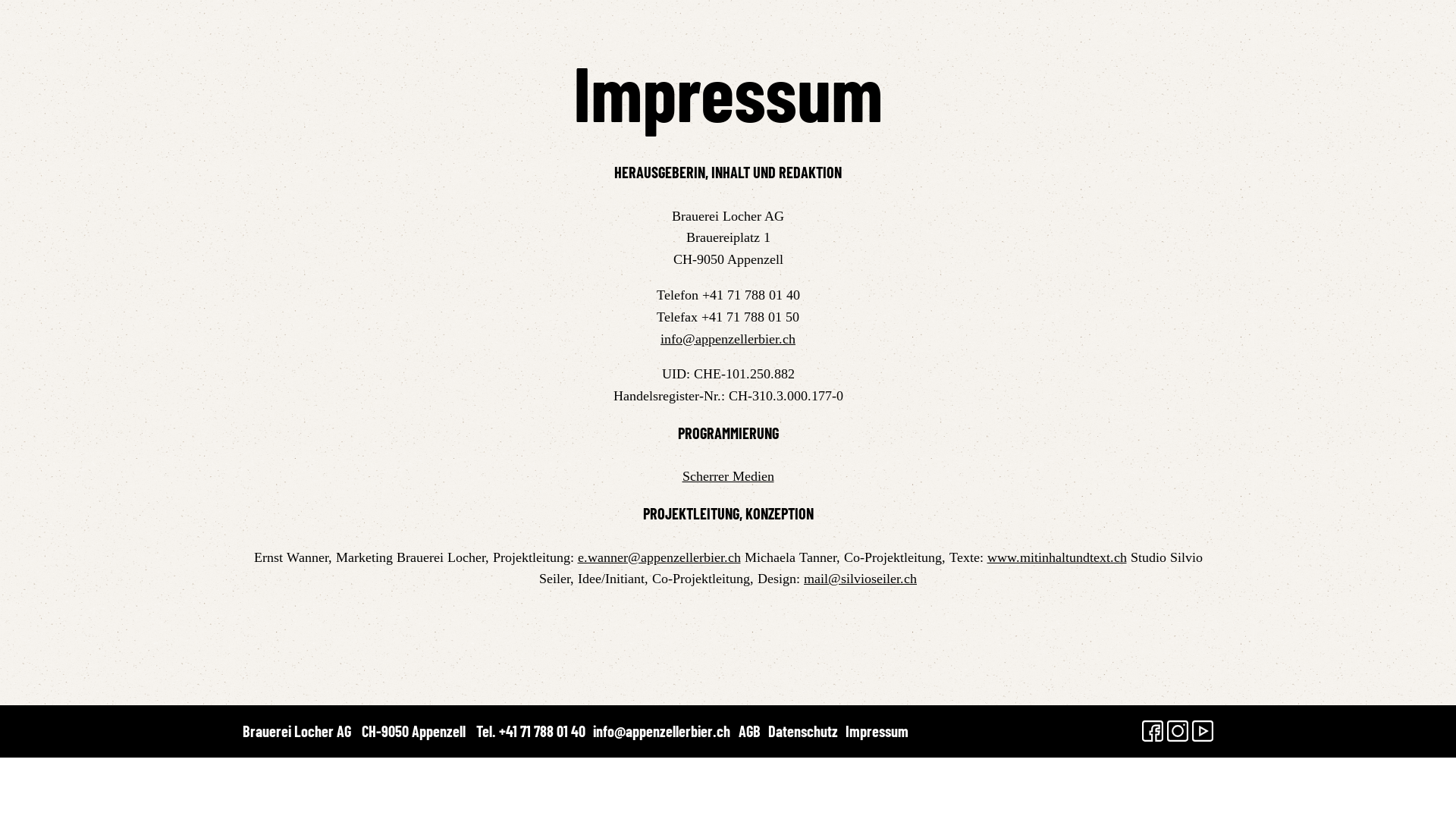 This screenshot has height=819, width=1456. What do you see at coordinates (728, 475) in the screenshot?
I see `'Scherrer Medien'` at bounding box center [728, 475].